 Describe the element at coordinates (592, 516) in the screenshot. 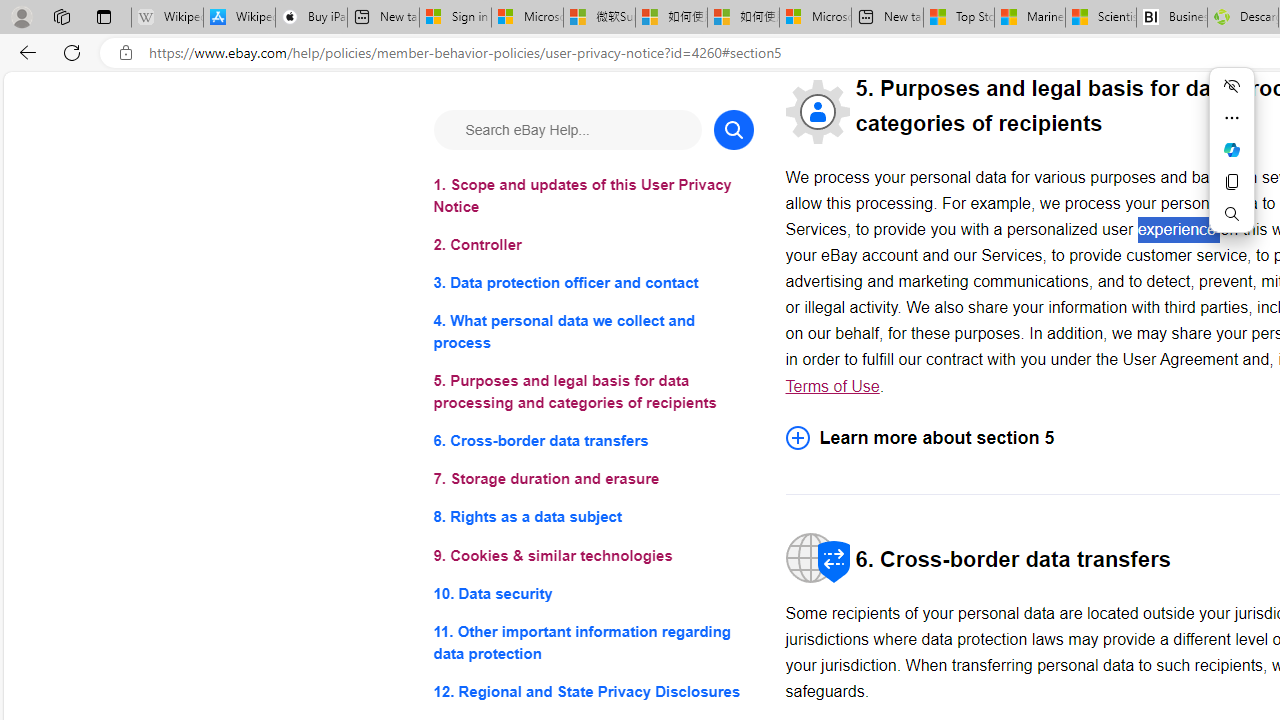

I see `'8. Rights as a data subject'` at that location.